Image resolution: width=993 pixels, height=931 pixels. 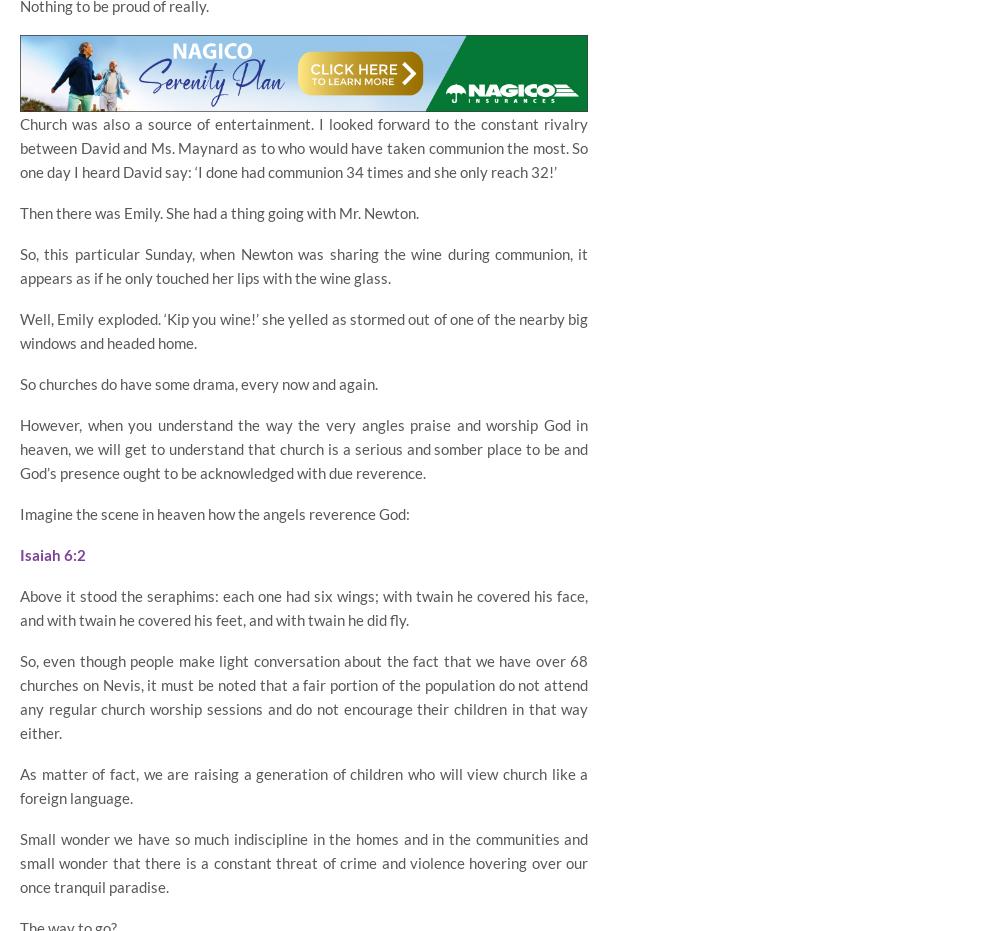 What do you see at coordinates (18, 329) in the screenshot?
I see `'Well, Emily exploded. ‘Kip you wine!’ she yelled as stormed out of one of the nearby big windows and headed home.'` at bounding box center [18, 329].